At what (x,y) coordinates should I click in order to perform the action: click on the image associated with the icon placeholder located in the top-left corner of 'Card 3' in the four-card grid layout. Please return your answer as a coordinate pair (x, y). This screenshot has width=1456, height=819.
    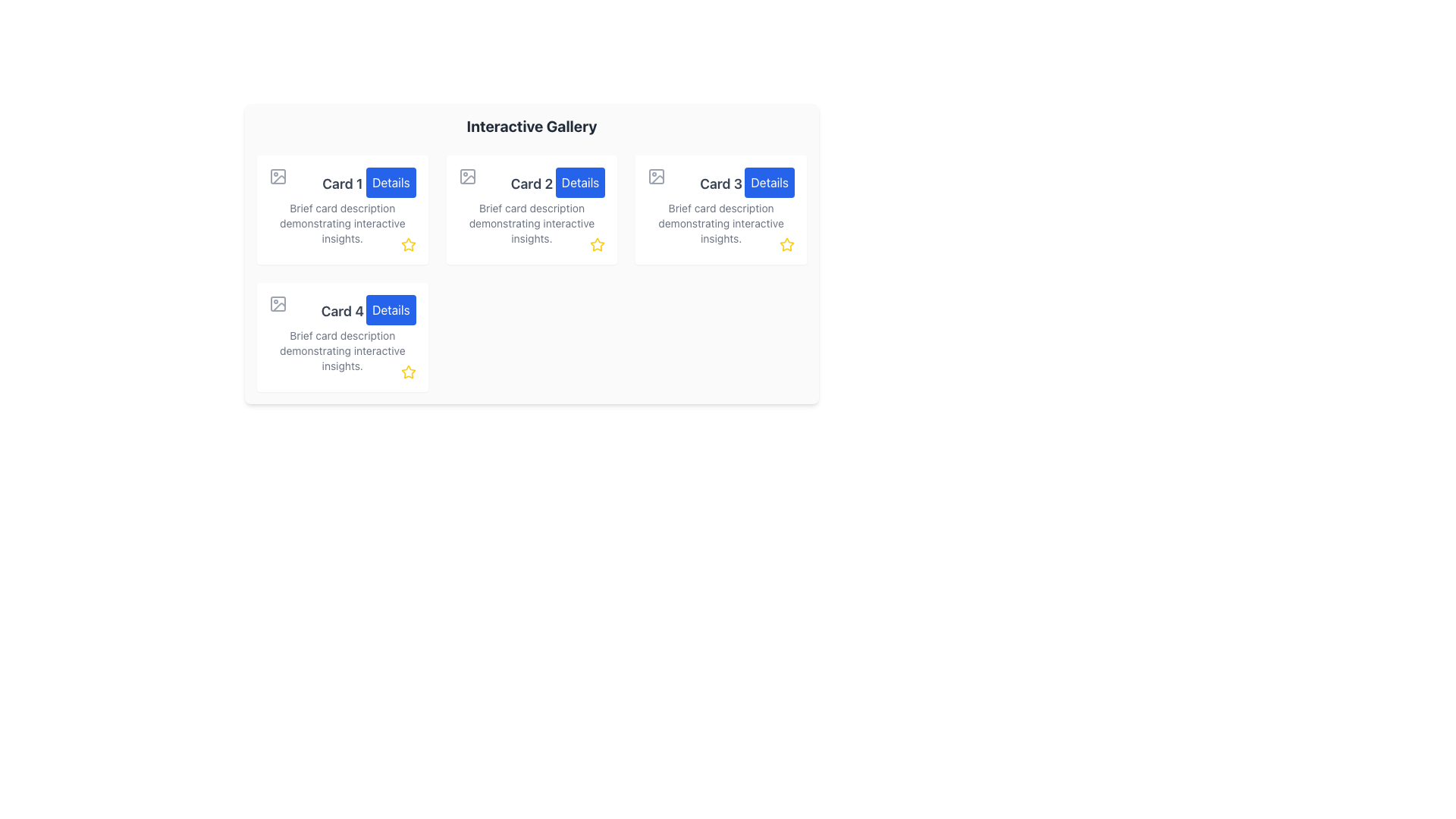
    Looking at the image, I should click on (656, 175).